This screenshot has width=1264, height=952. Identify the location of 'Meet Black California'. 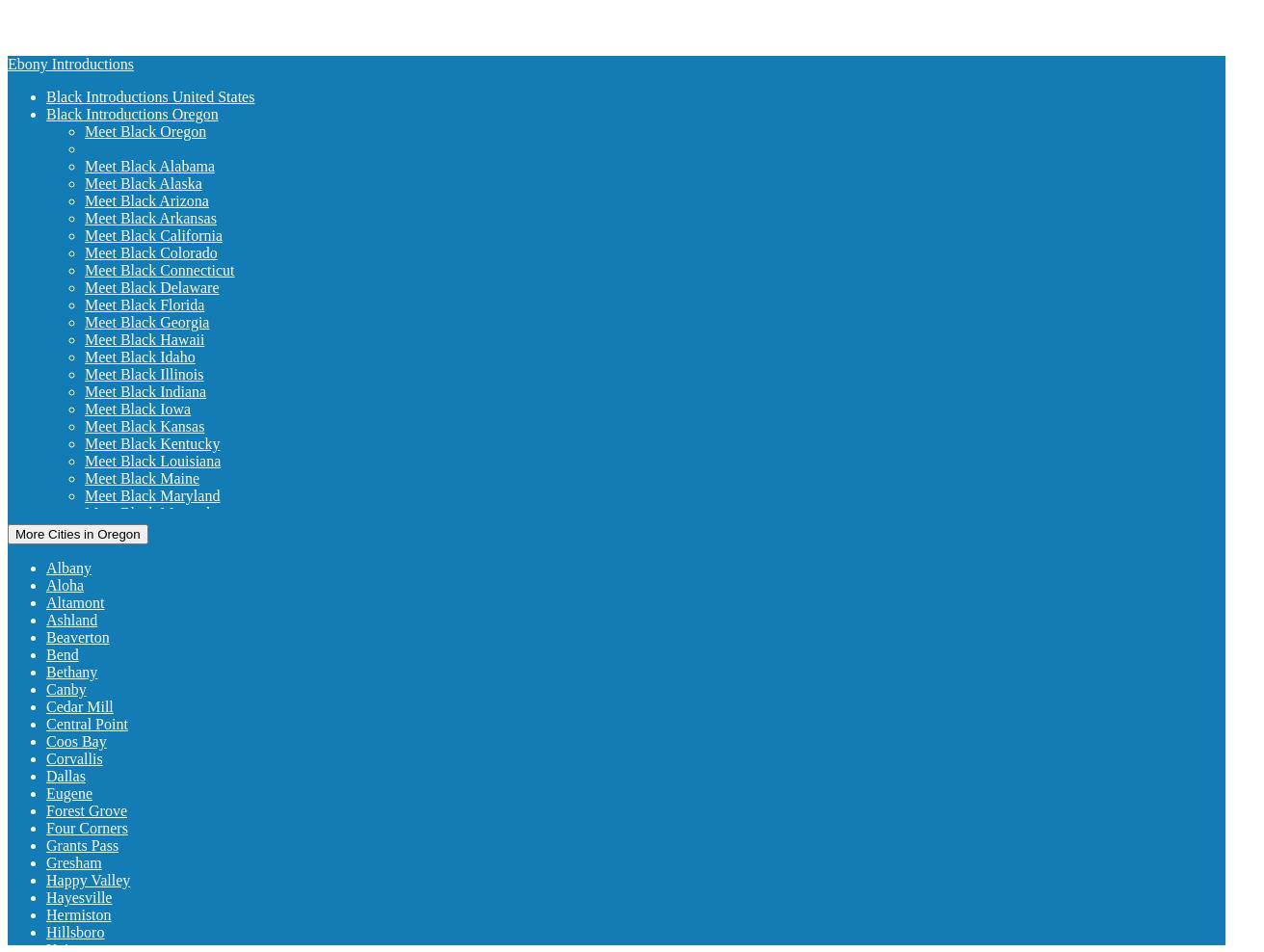
(153, 235).